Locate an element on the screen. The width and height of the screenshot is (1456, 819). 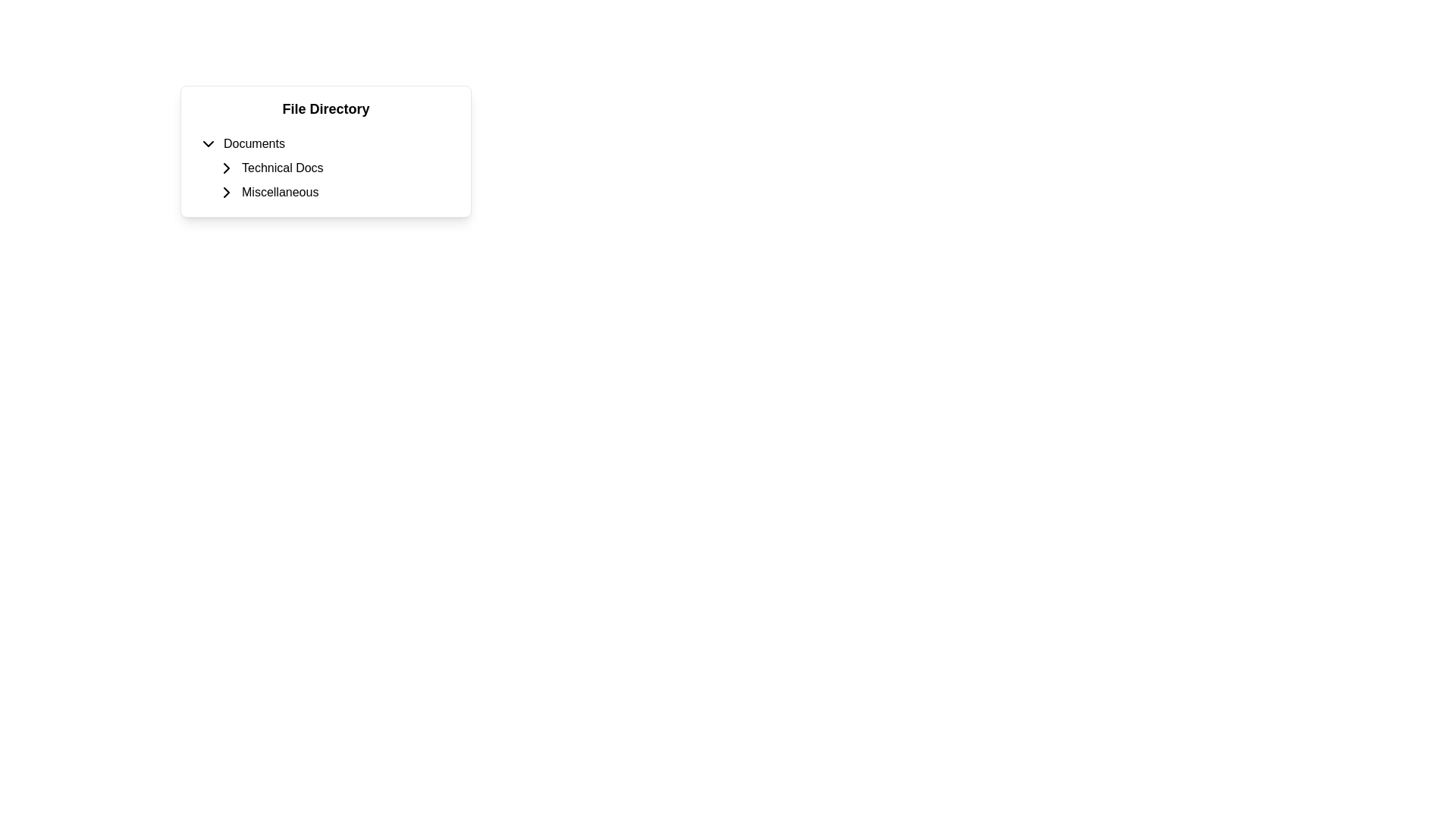
the Dropdown indicator icon located to the left of the 'Documents' text to trigger a tooltip or visual feedback is located at coordinates (207, 143).